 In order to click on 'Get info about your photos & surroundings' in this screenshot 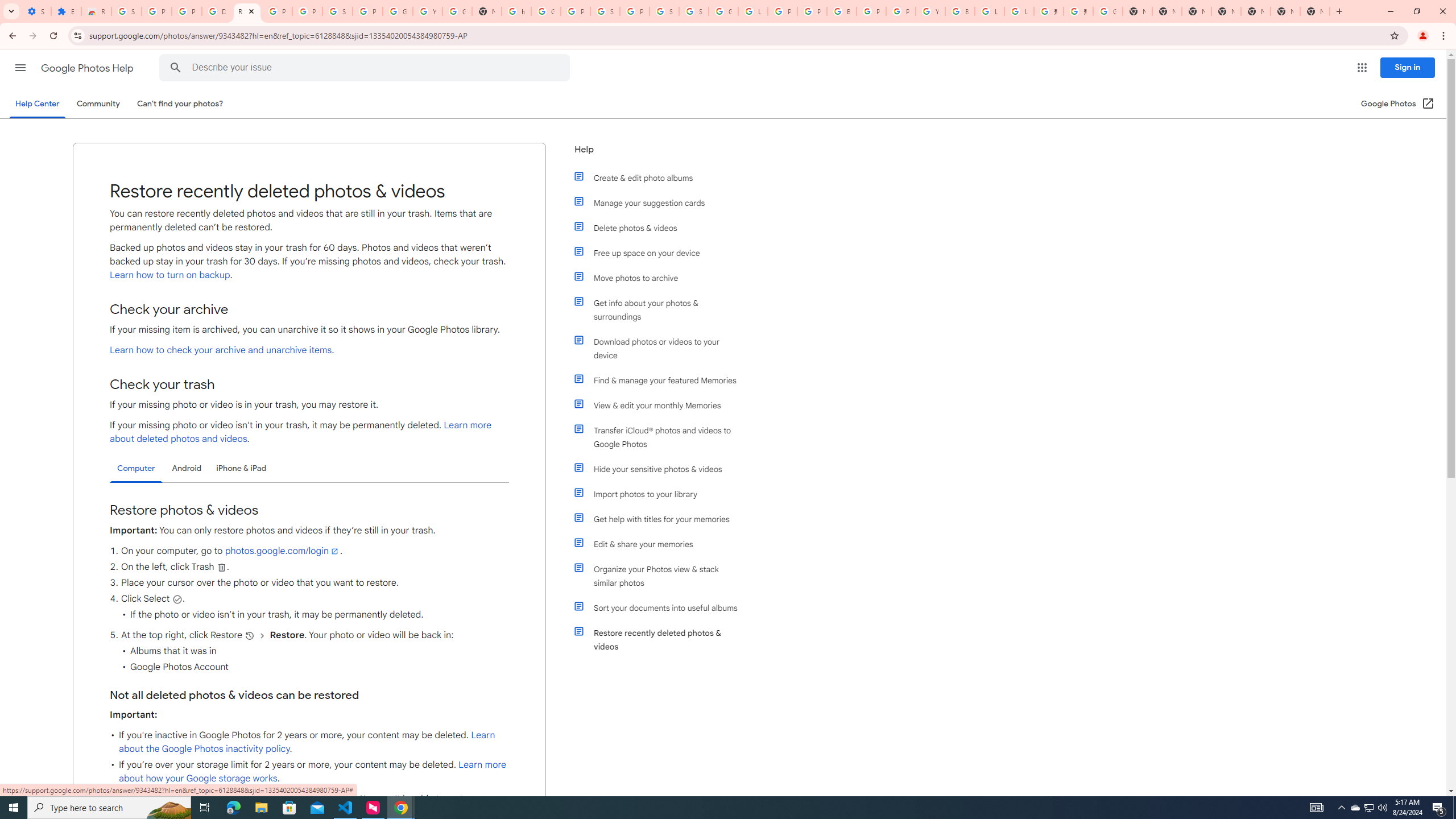, I will do `click(661, 309)`.